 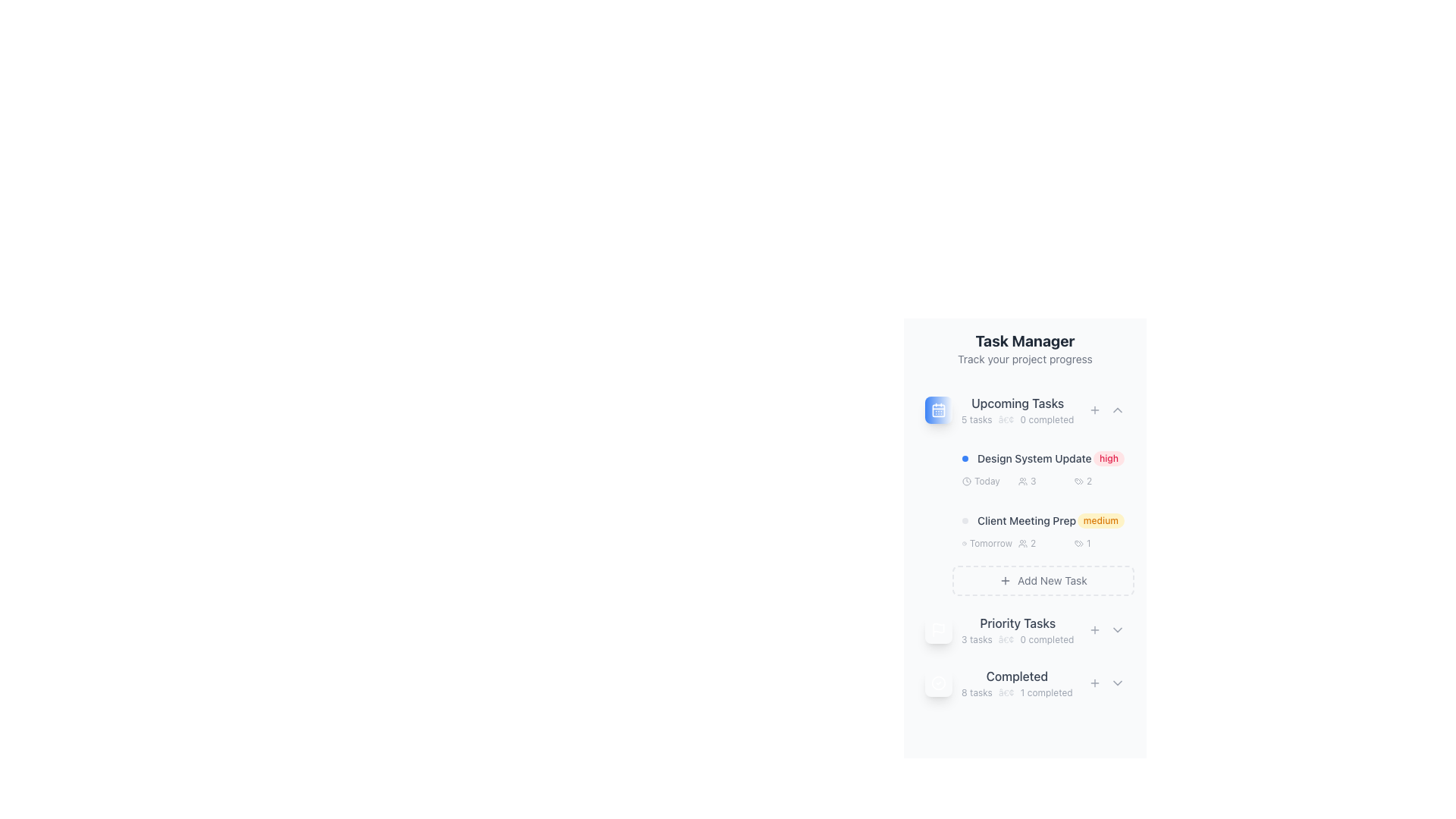 I want to click on label with the text 'medium', which is a sand-yellow rounded rectangular badge located to the right of the 'Client Meeting Prep' text in the 'Upcoming Tasks' section, so click(x=1100, y=519).